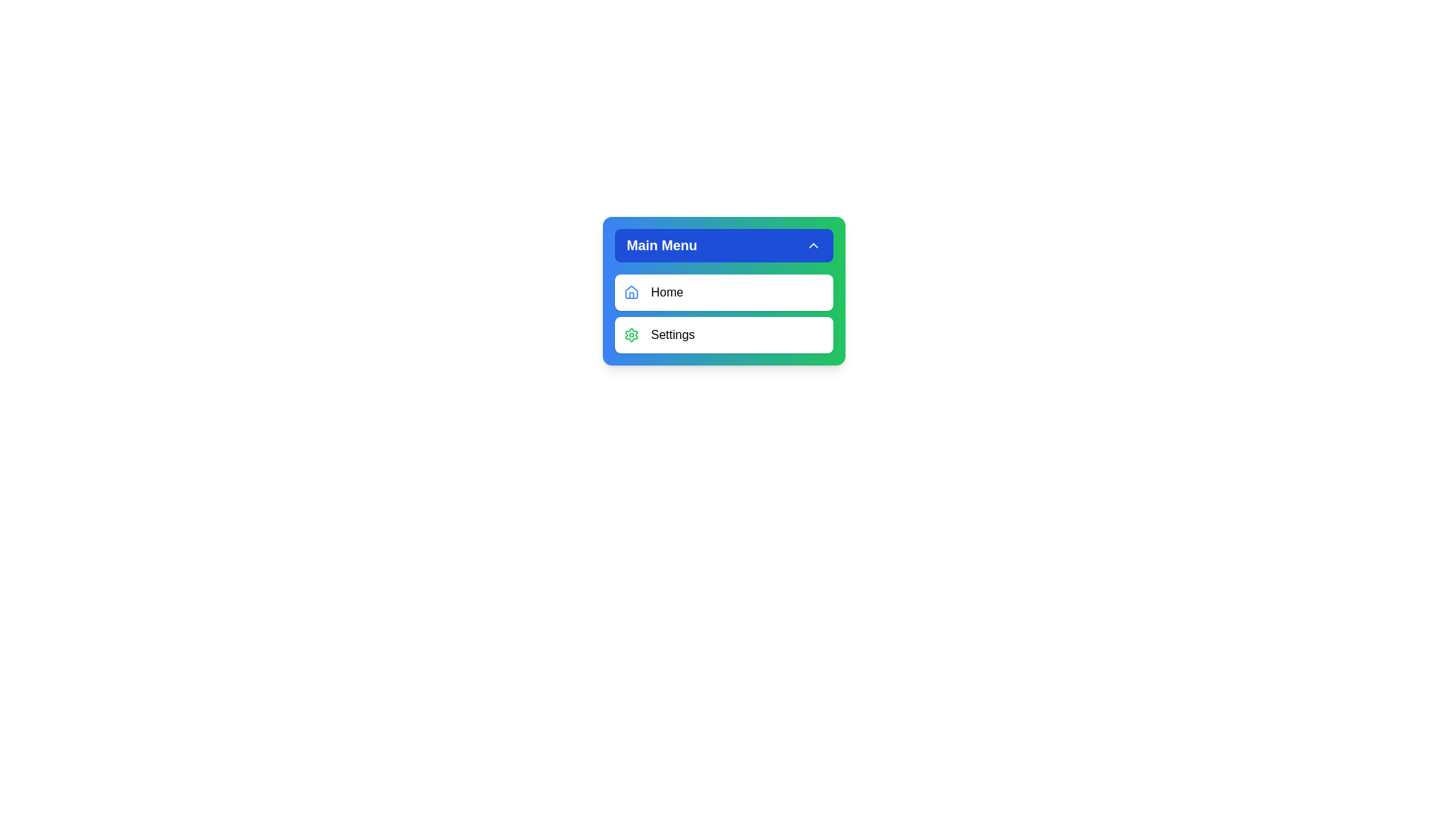  I want to click on the upward-pointing chevron icon styled in white with a blue background, located on the right side of the 'Main Menu' header, so click(812, 245).